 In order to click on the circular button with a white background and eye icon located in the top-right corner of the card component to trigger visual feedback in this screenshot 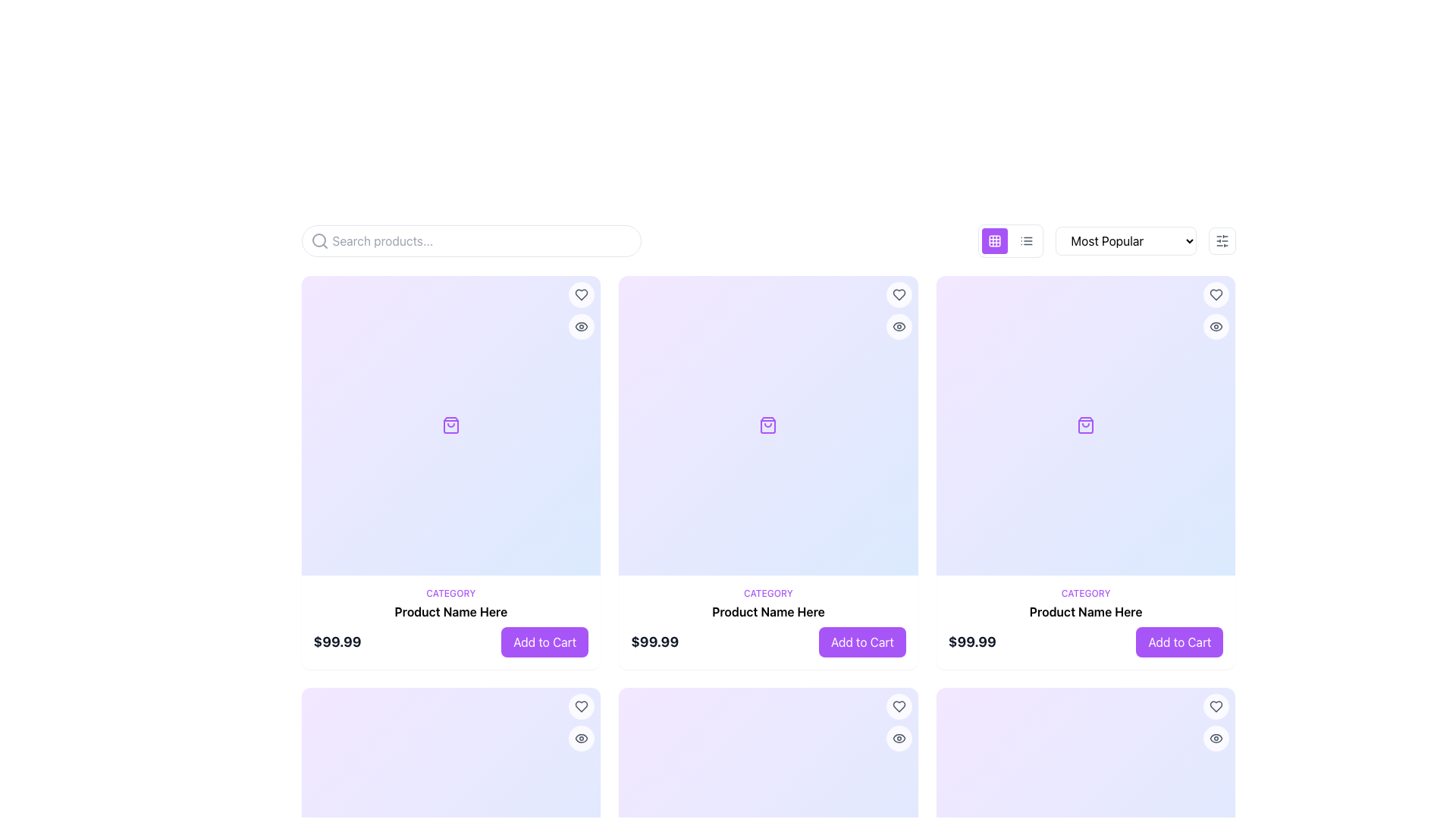, I will do `click(581, 326)`.